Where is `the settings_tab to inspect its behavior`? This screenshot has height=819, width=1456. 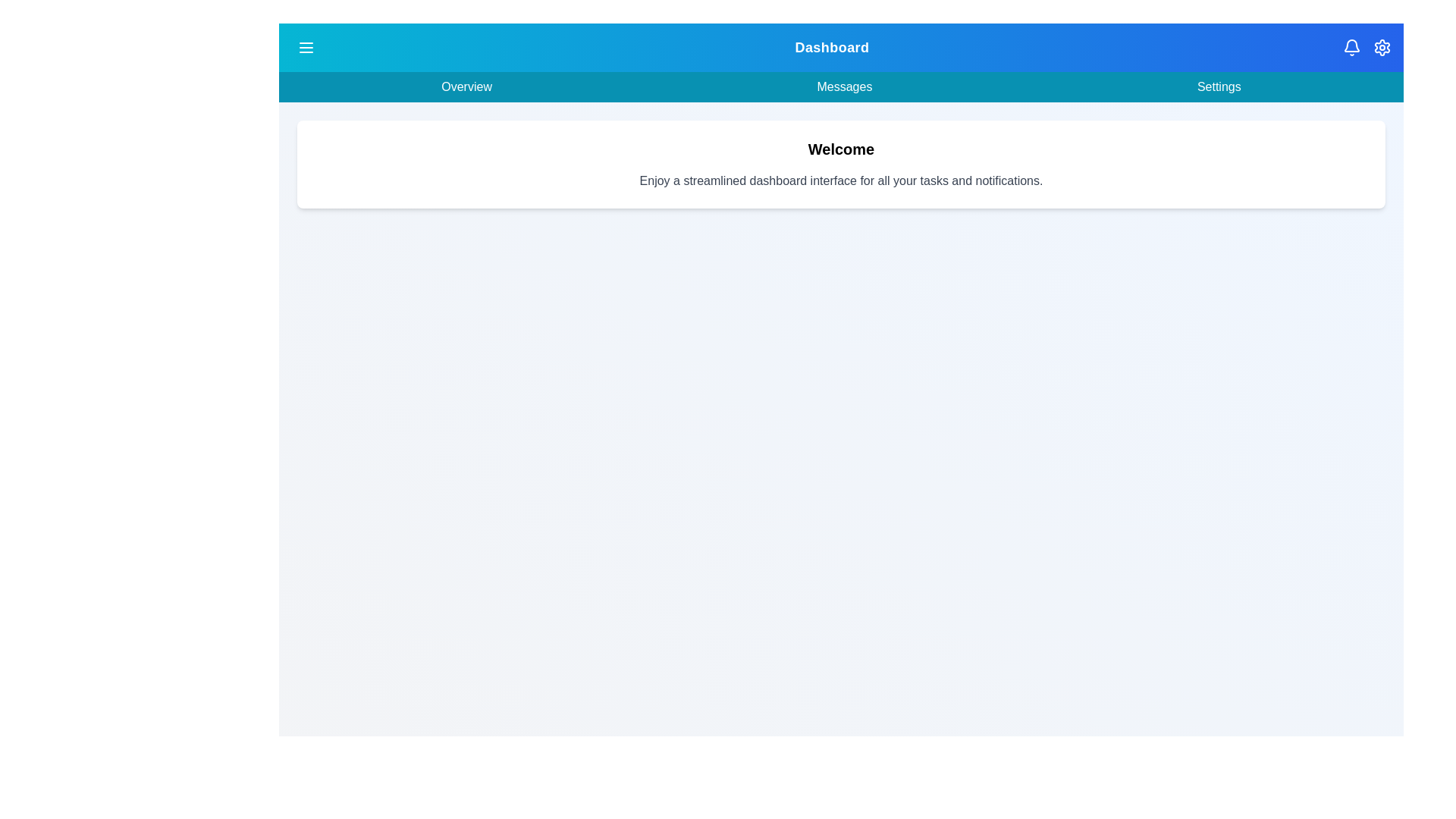
the settings_tab to inspect its behavior is located at coordinates (1219, 87).